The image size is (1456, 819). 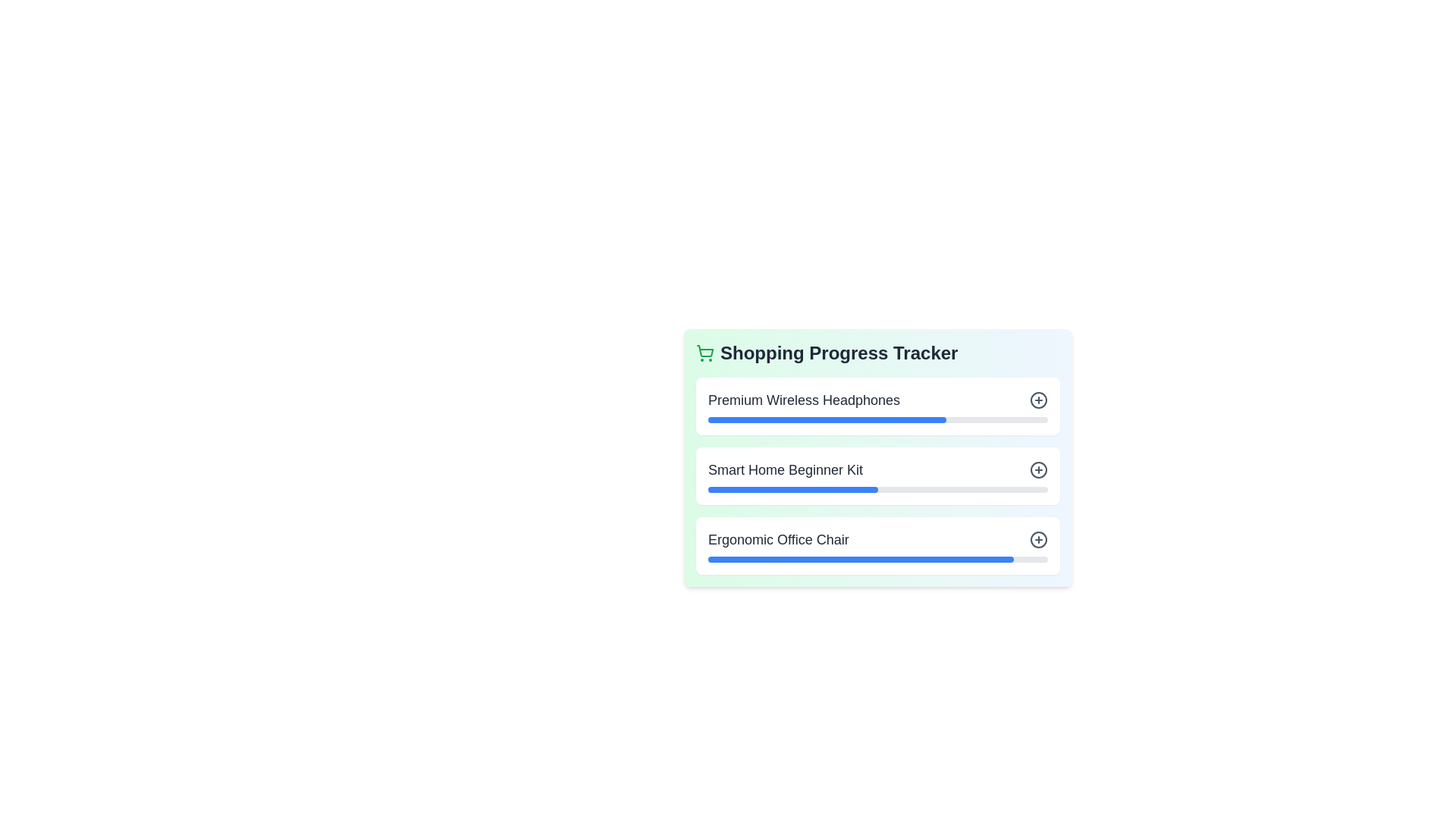 I want to click on the circular graphical element associated with the 'Smart Home Beginner Kit' label, which is visually designed as part of an icon and positioned in the middle of the right section of a horizontal row, so click(x=1037, y=469).